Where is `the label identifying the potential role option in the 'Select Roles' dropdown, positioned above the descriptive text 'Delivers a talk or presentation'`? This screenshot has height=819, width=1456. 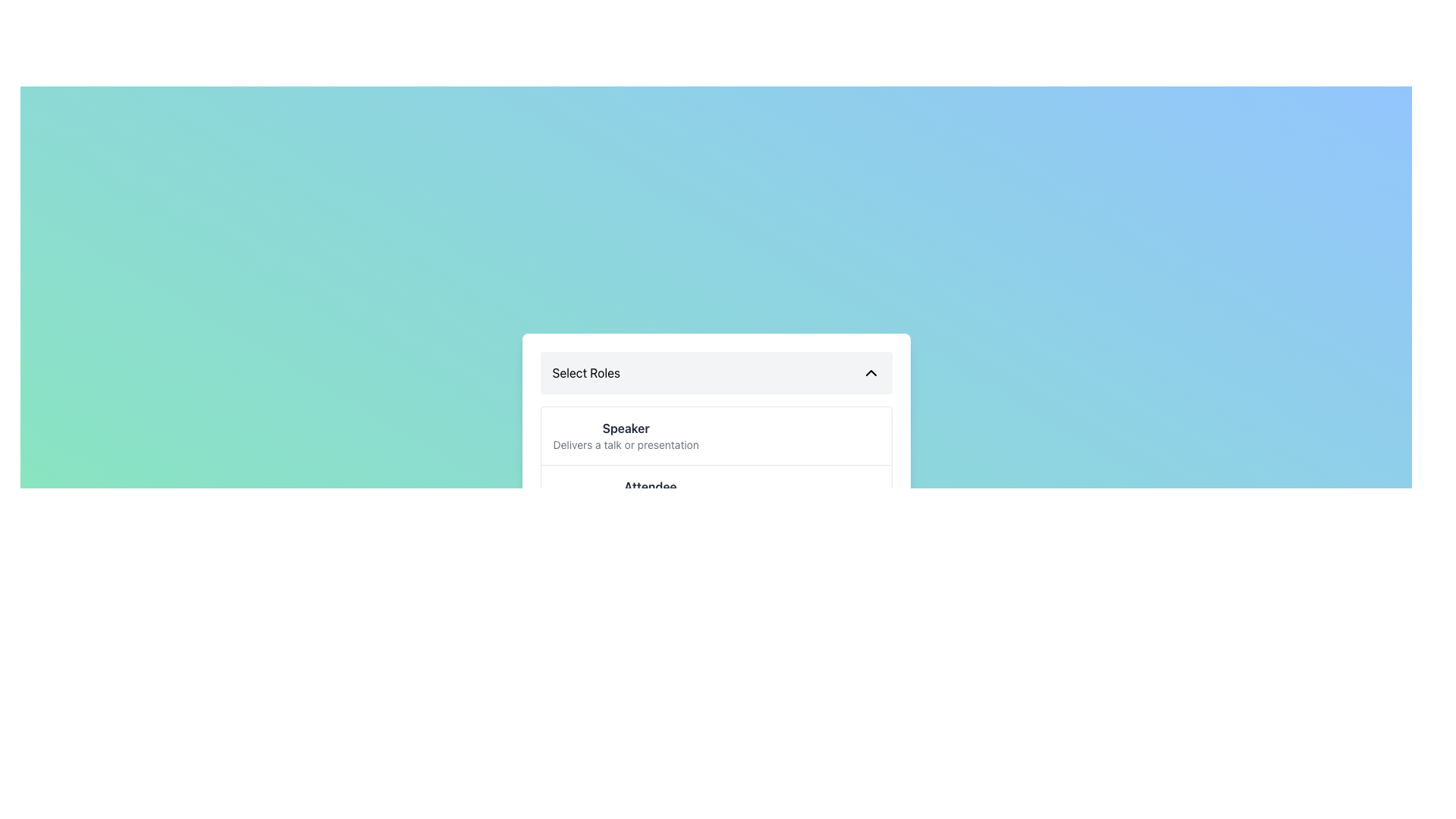
the label identifying the potential role option in the 'Select Roles' dropdown, positioned above the descriptive text 'Delivers a talk or presentation' is located at coordinates (626, 428).